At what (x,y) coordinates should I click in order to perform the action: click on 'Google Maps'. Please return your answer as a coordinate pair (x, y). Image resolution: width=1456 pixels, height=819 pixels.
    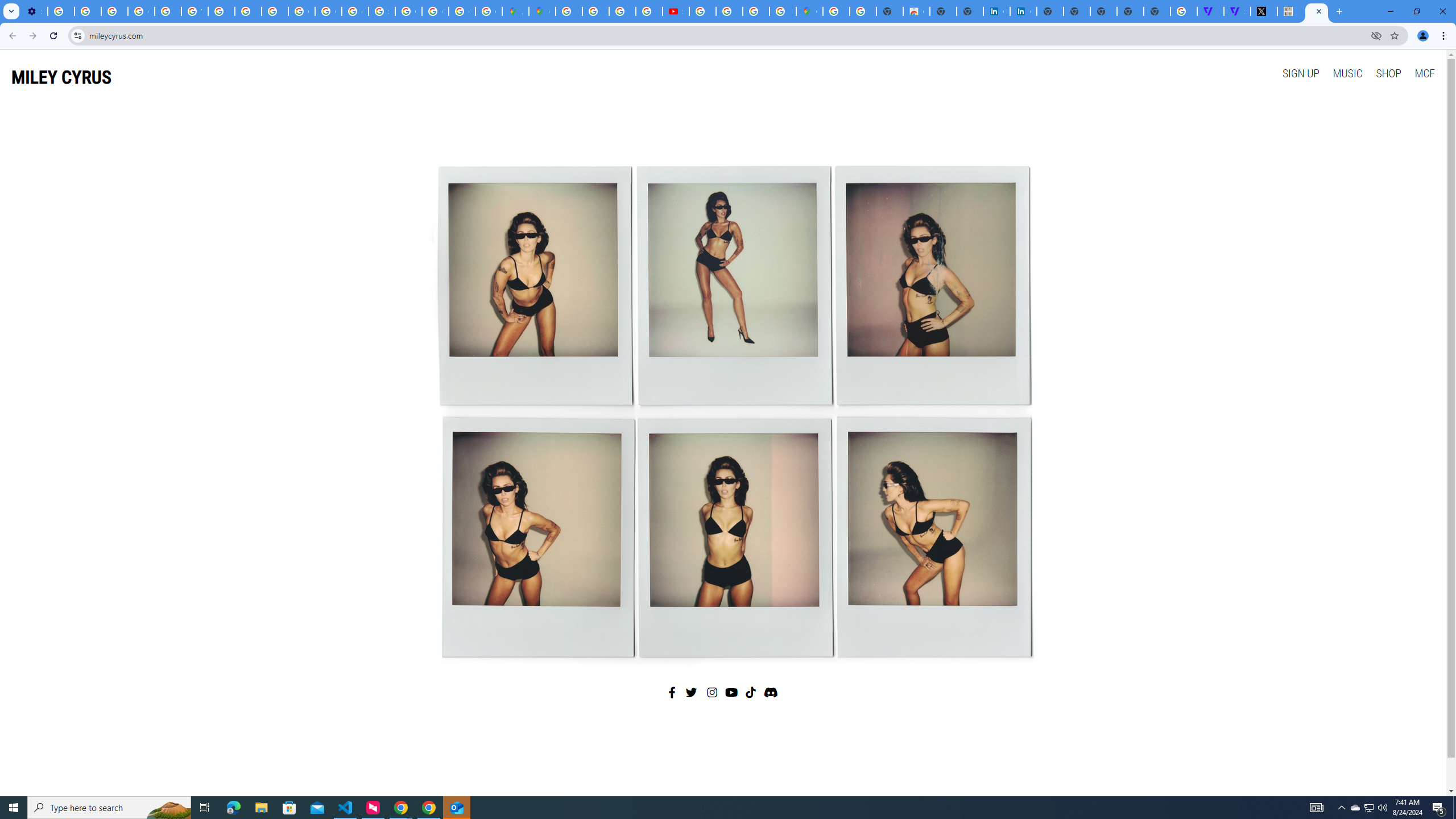
    Looking at the image, I should click on (542, 11).